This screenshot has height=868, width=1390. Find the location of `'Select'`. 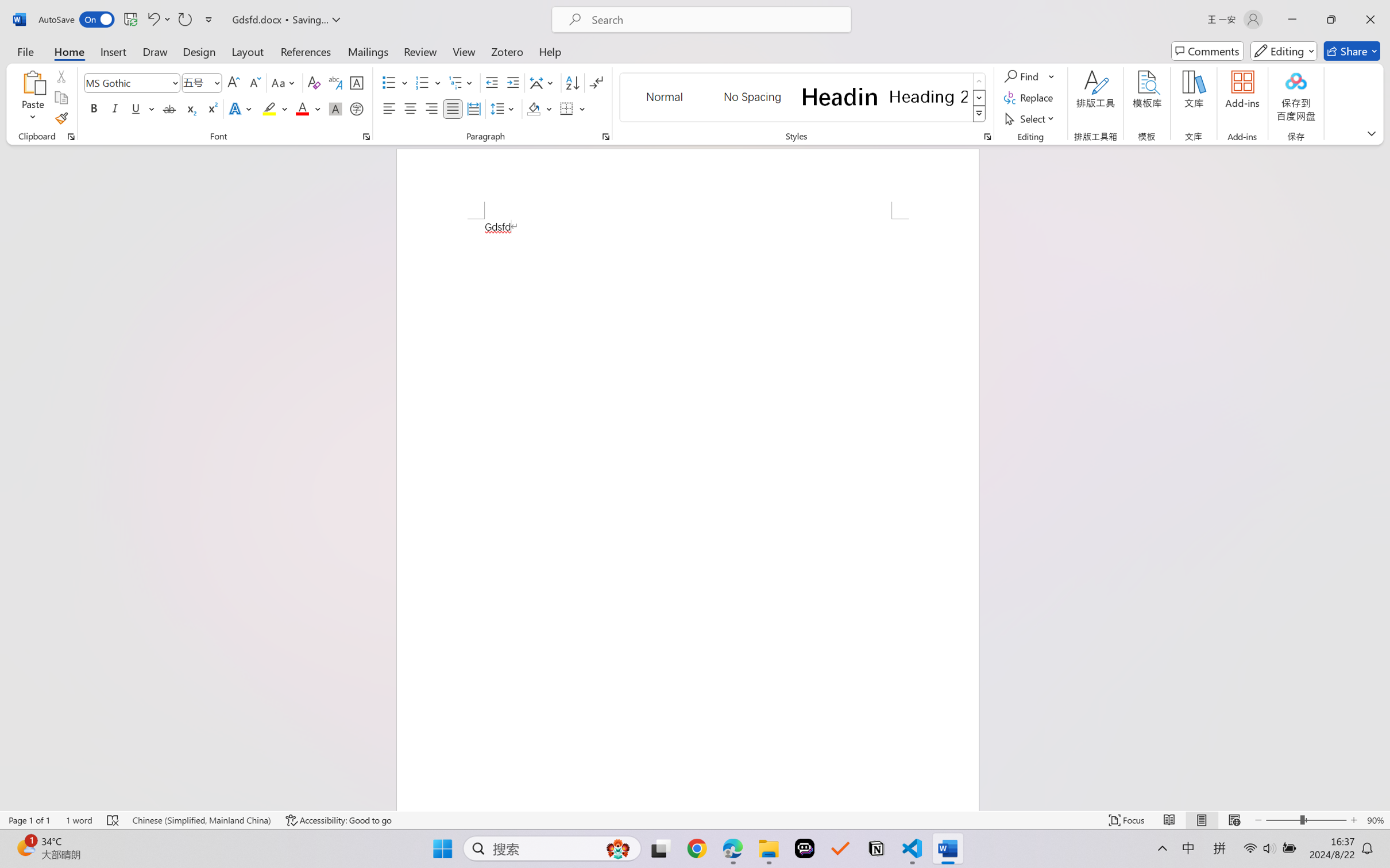

'Select' is located at coordinates (1031, 119).